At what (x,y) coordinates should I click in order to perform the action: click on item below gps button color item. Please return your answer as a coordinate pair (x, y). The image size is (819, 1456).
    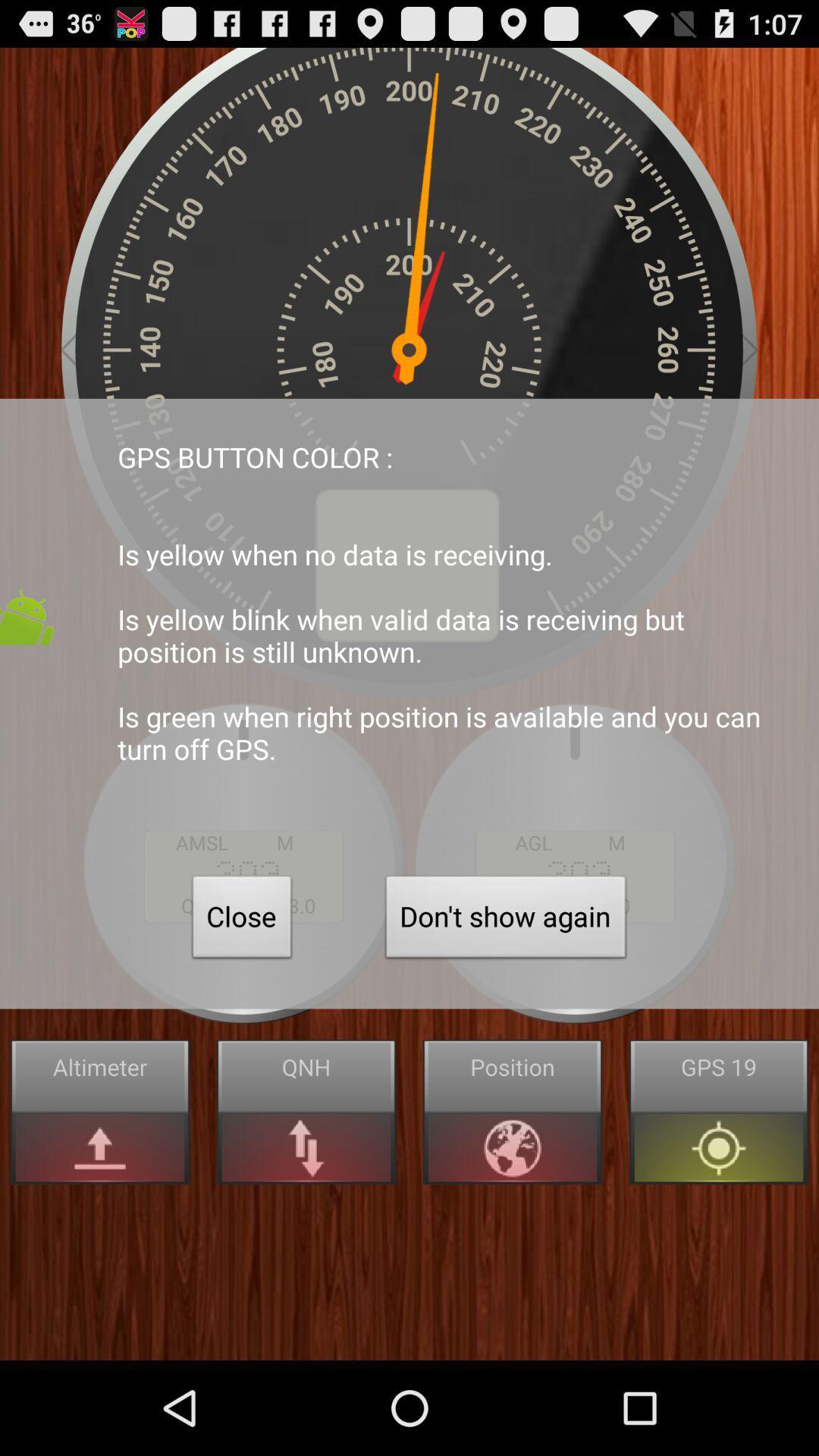
    Looking at the image, I should click on (506, 920).